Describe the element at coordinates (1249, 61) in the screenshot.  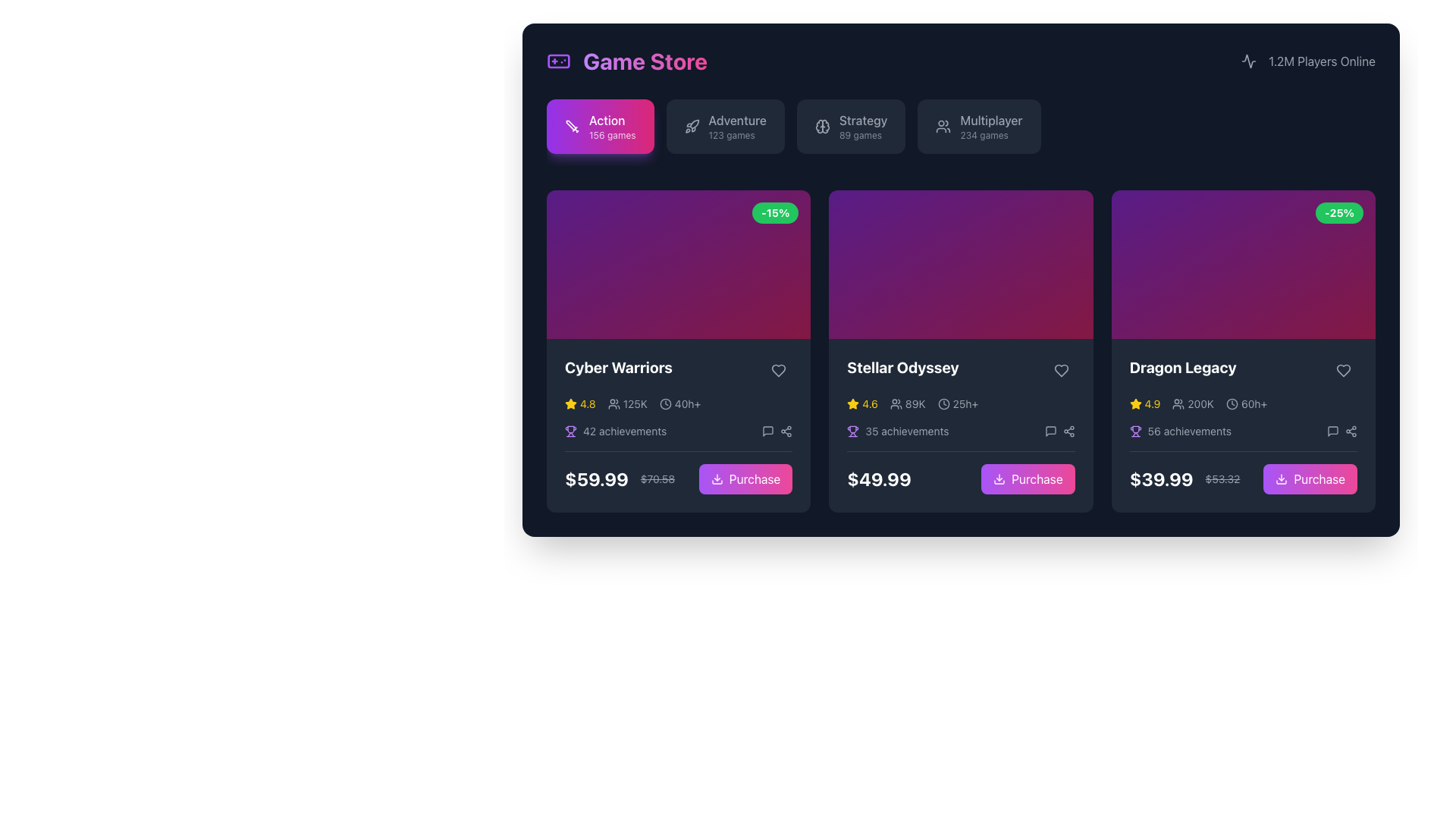
I see `the decorative or status-indicating SVG icon located in the top-right section of the header bar, next to the '1.2M Players Online' counter` at that location.